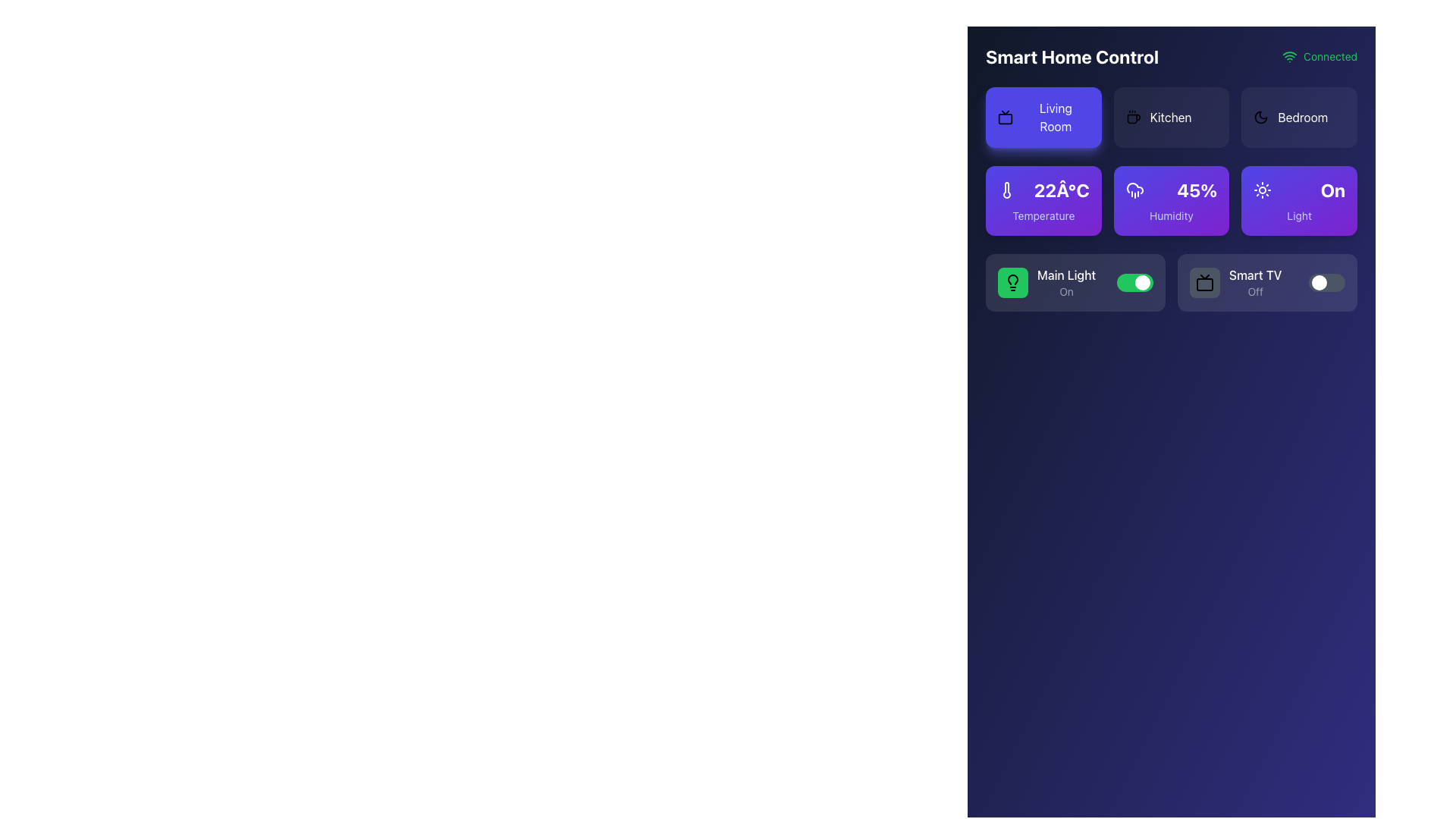  Describe the element at coordinates (1267, 283) in the screenshot. I see `the device control toggle switch for the 'Smart TV' to change its current state between 'On' and 'Off'` at that location.